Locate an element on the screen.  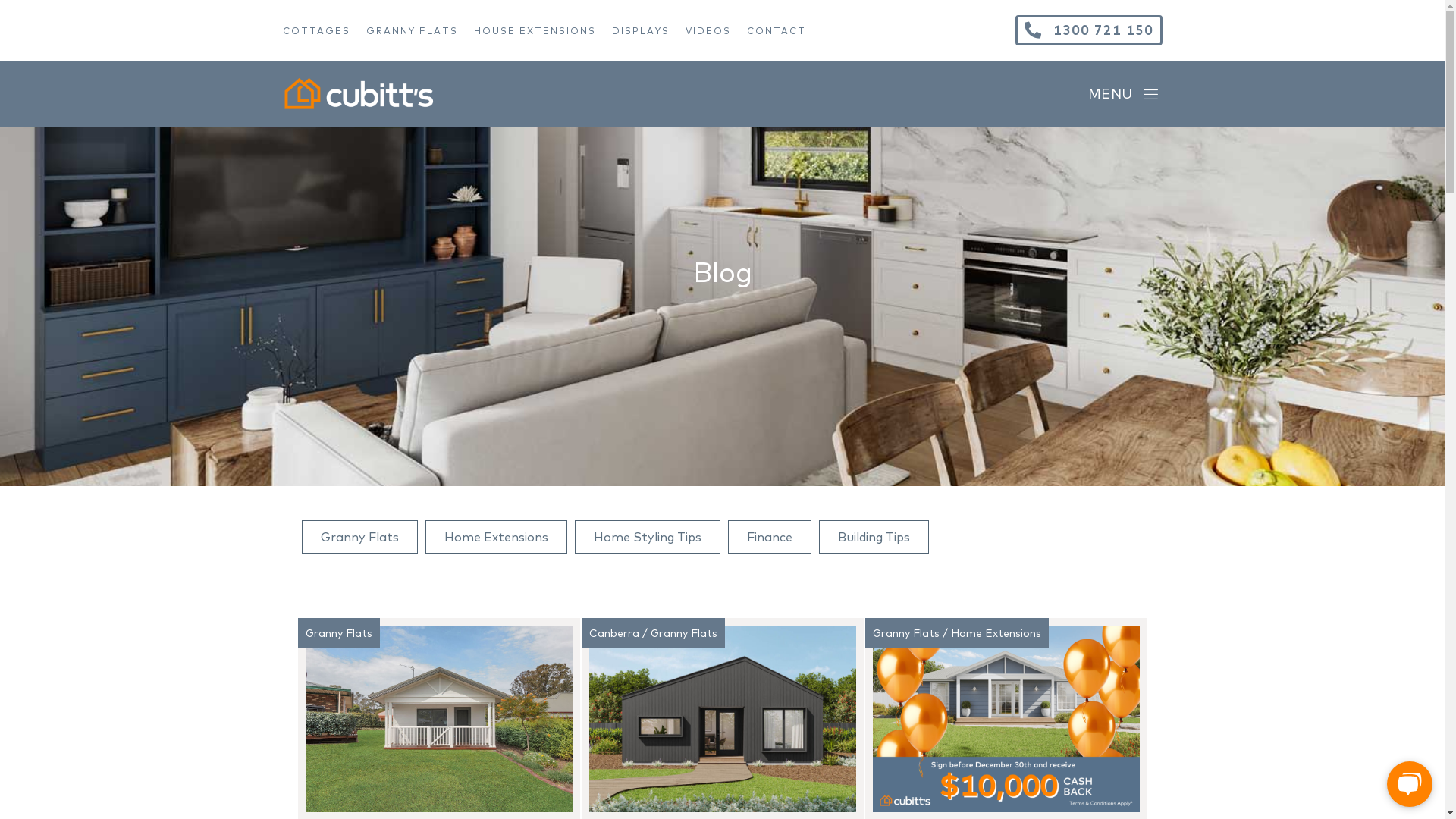
'2023 End of Year Offer' is located at coordinates (1005, 718).